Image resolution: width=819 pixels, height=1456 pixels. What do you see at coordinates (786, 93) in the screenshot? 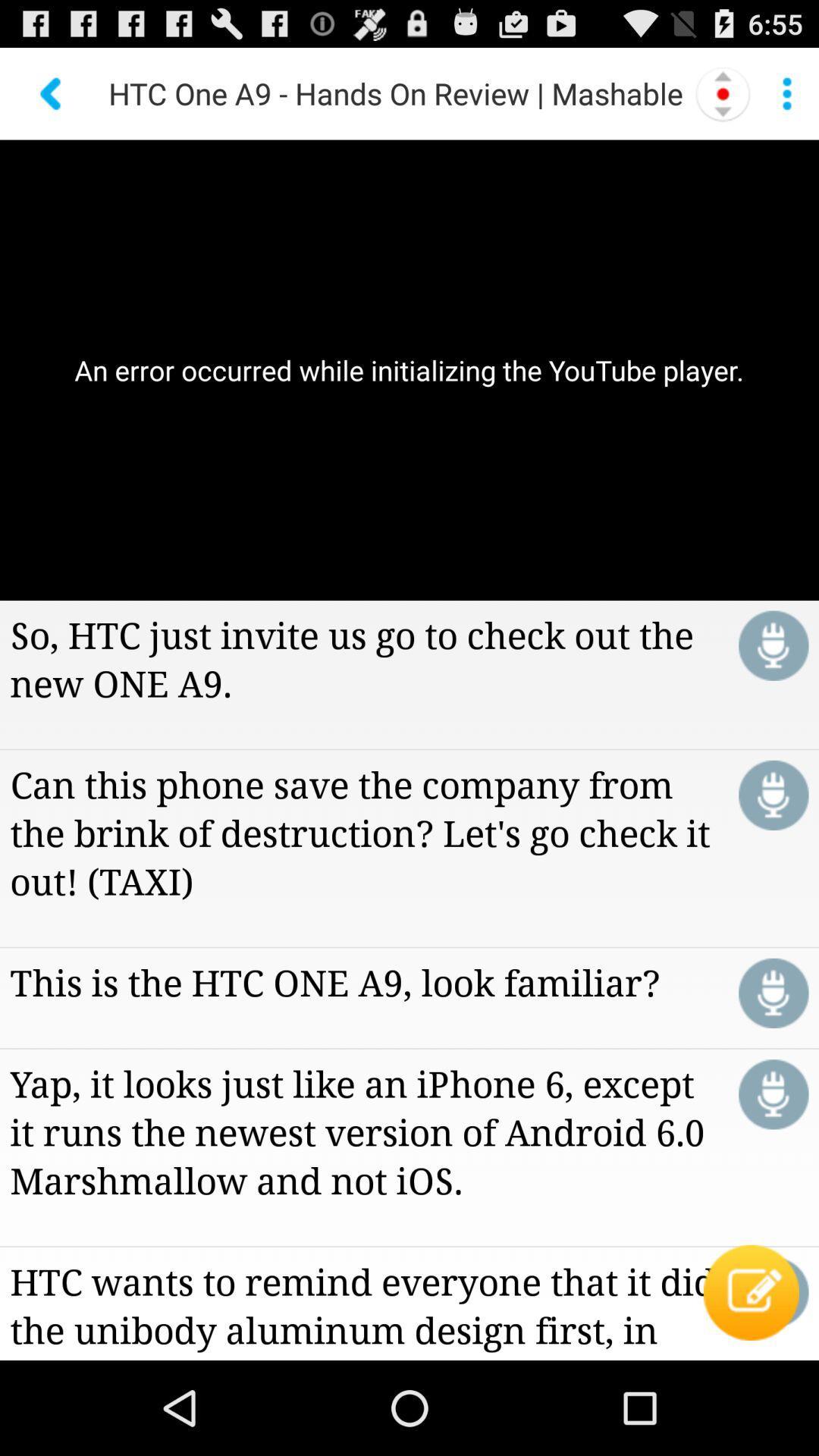
I see `icon above an error occurred` at bounding box center [786, 93].